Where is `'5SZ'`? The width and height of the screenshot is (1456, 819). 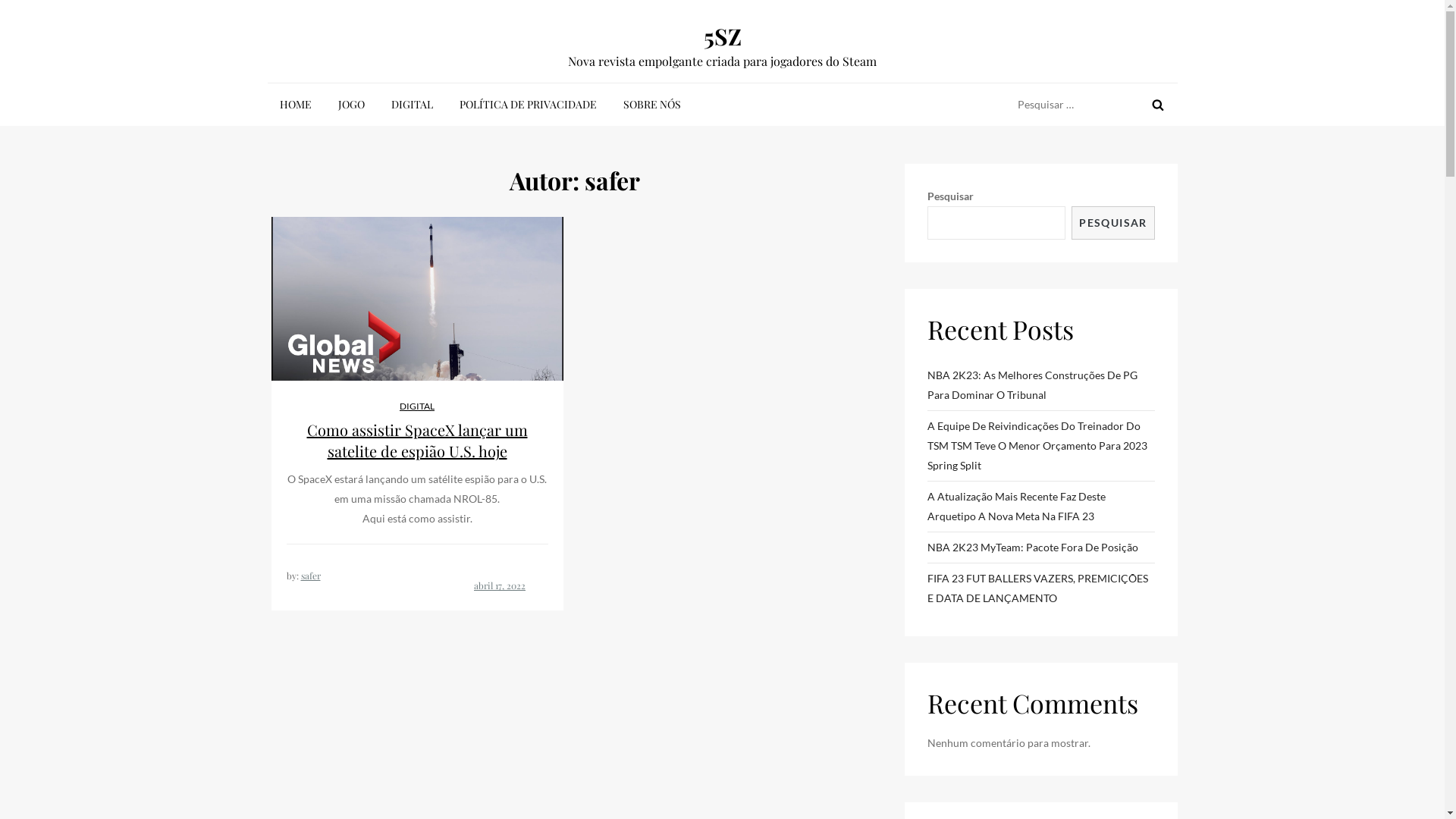 '5SZ' is located at coordinates (722, 35).